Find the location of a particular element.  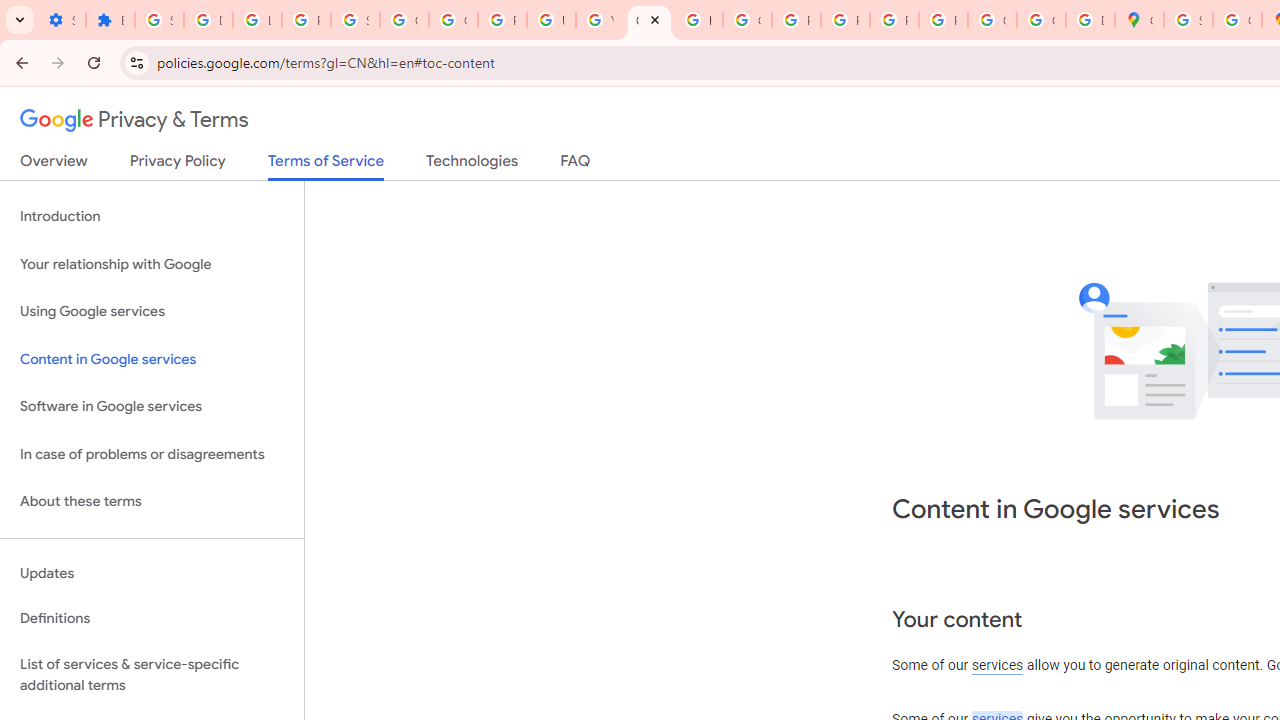

'Learn how to find your photos - Google Photos Help' is located at coordinates (256, 20).